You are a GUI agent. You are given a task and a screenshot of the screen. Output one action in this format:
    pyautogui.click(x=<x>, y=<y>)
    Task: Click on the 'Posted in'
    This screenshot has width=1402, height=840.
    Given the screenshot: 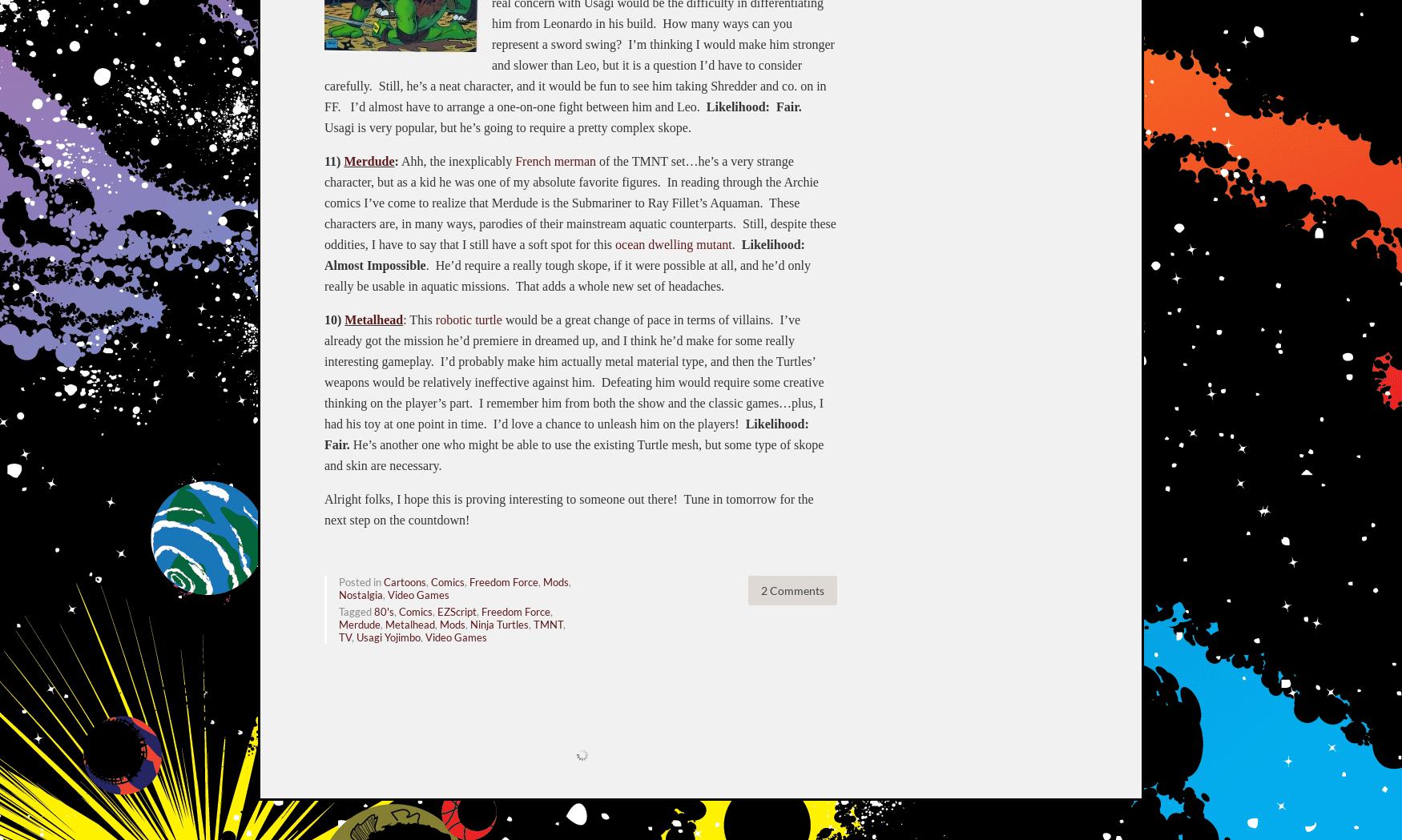 What is the action you would take?
    pyautogui.click(x=361, y=581)
    